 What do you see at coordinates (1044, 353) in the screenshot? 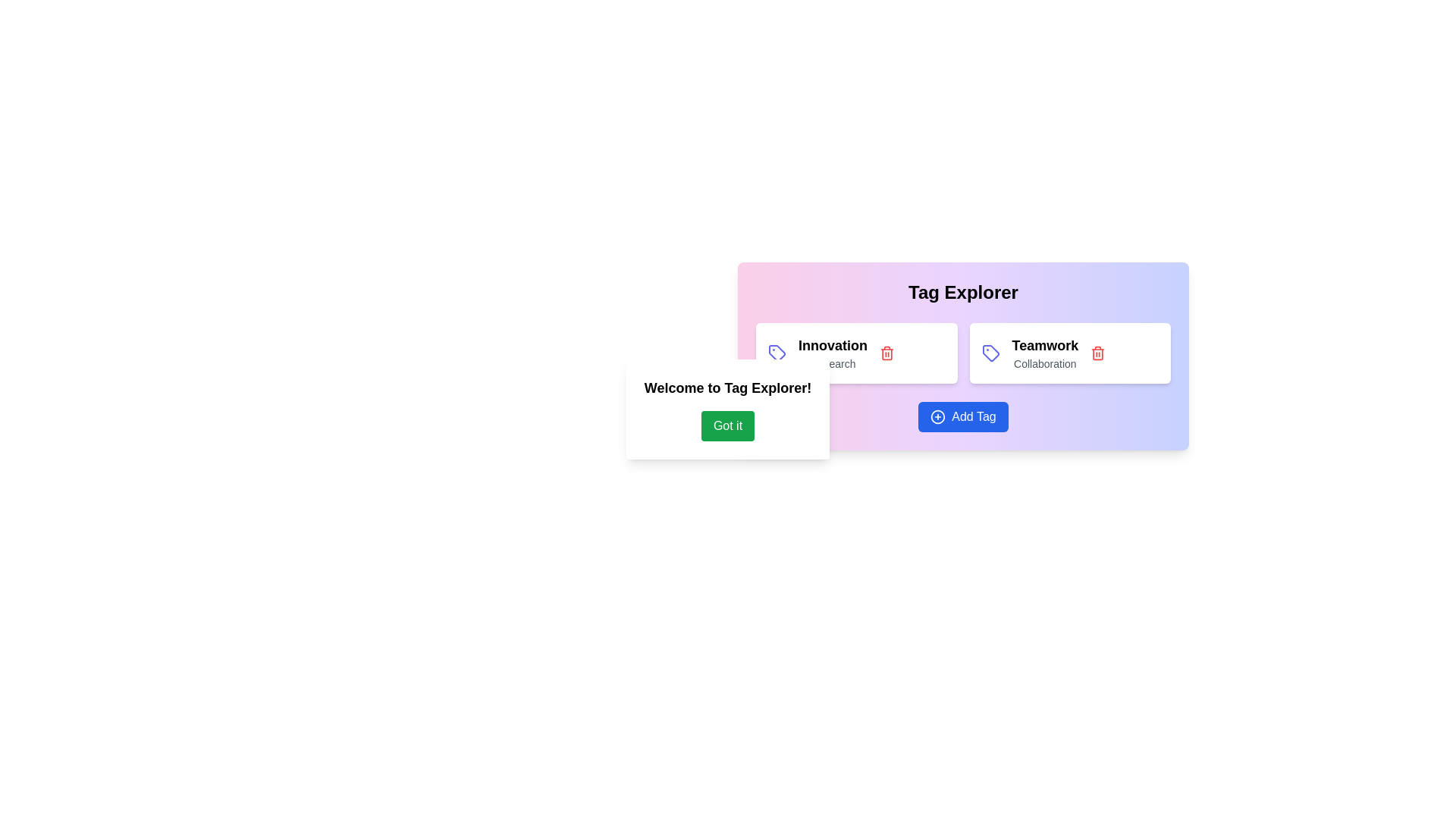
I see `the 'Teamwork' text label within the second card of the 'Tag Explorer' section` at bounding box center [1044, 353].